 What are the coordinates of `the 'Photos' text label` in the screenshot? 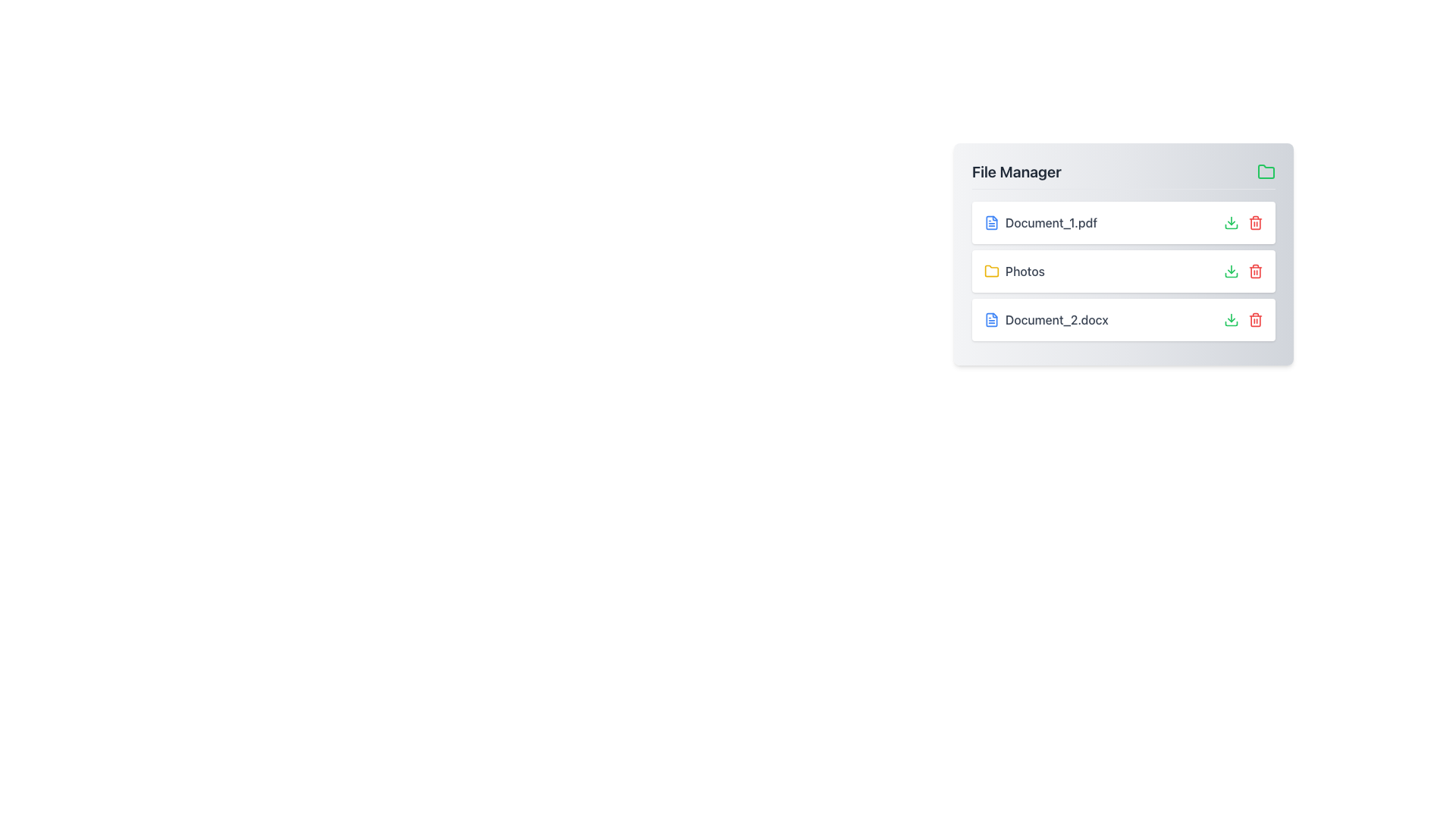 It's located at (1025, 271).